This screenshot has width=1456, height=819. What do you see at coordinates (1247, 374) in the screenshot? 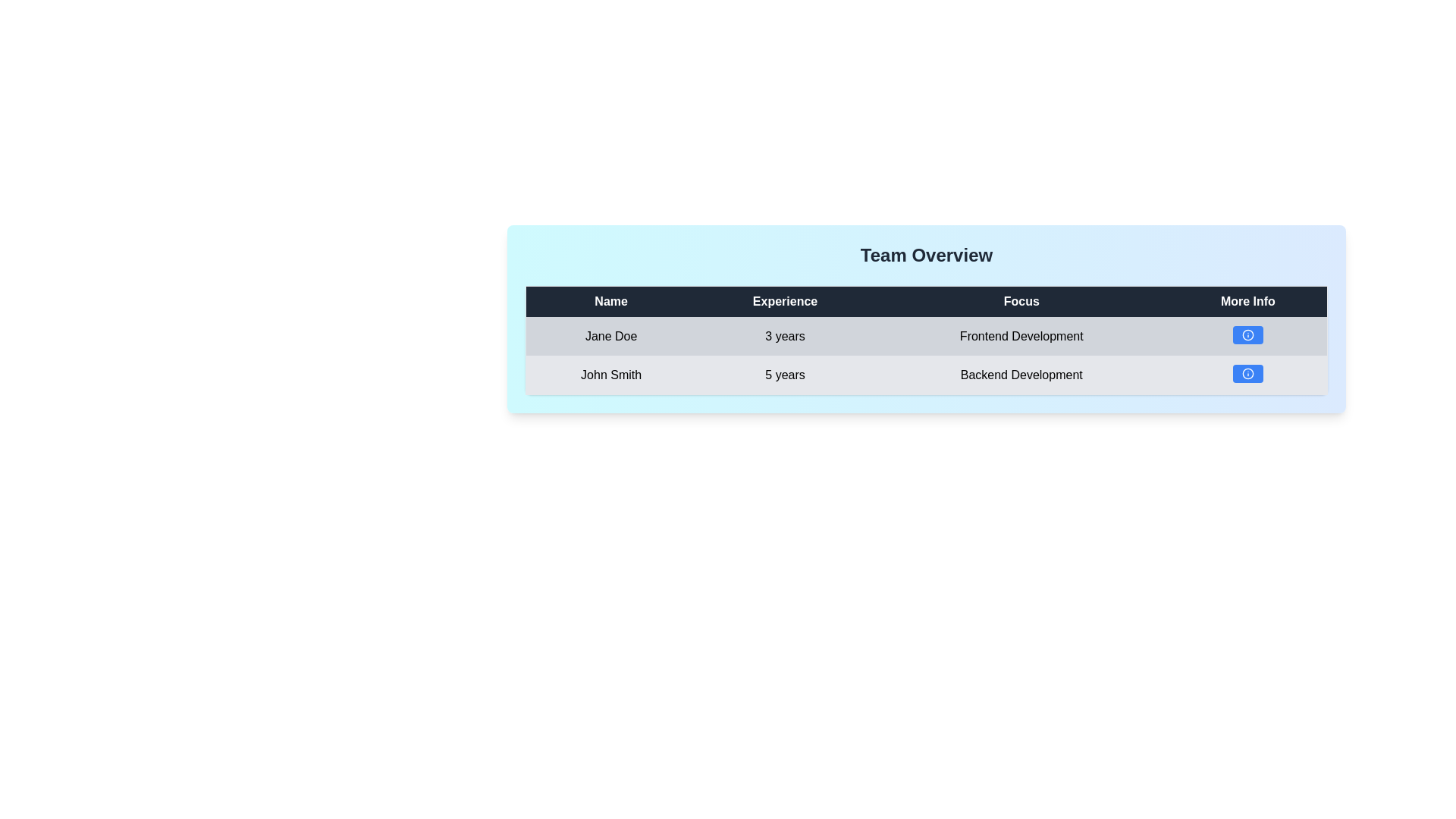
I see `the circular inner part of the SVG 'info' icon located in the 'More Info' column of the second row labeled 'John Smith'` at bounding box center [1247, 374].